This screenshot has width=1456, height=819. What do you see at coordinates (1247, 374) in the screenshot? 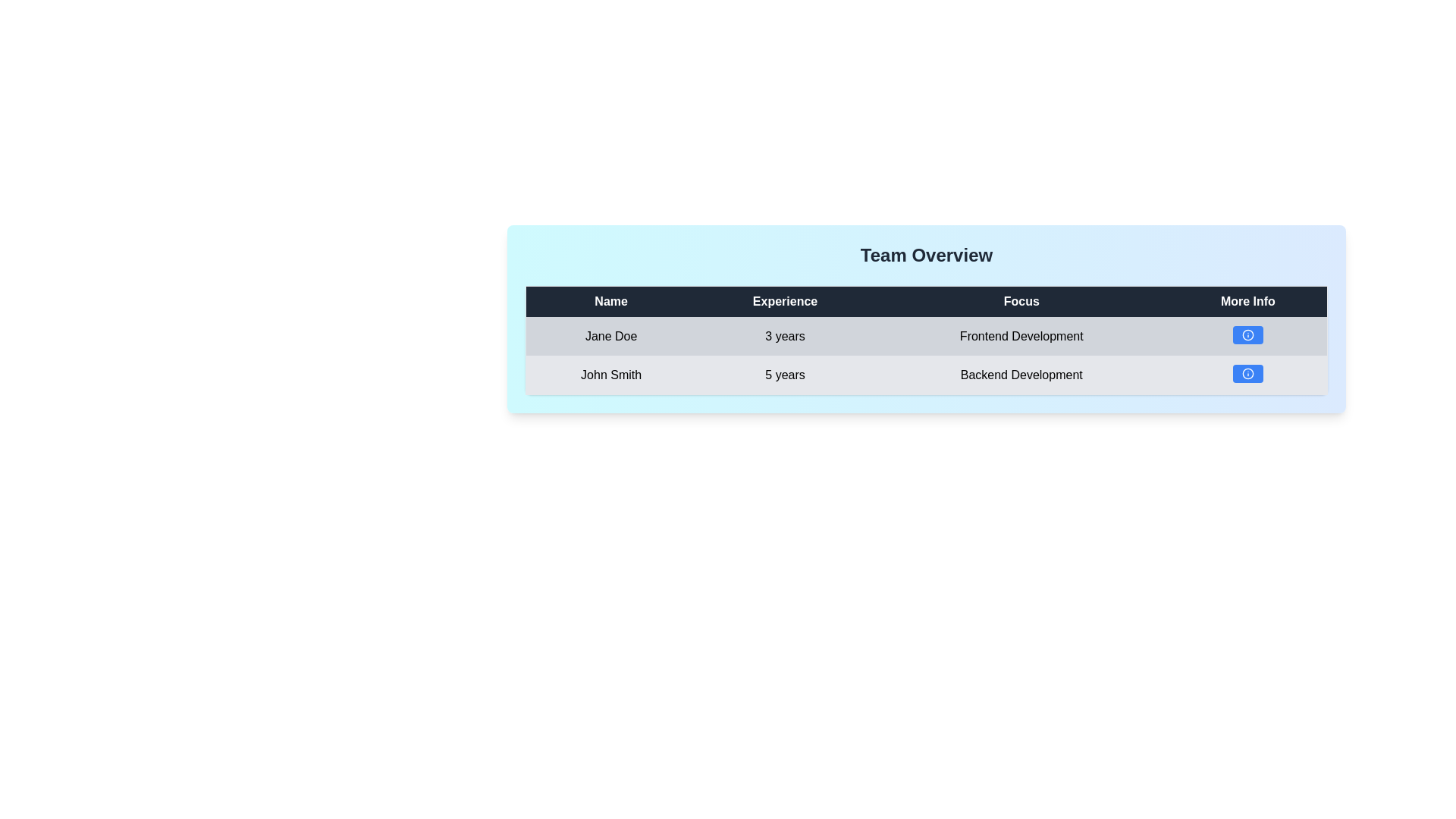
I see `the circular inner part of the SVG 'info' icon located in the 'More Info' column of the second row labeled 'John Smith'` at bounding box center [1247, 374].